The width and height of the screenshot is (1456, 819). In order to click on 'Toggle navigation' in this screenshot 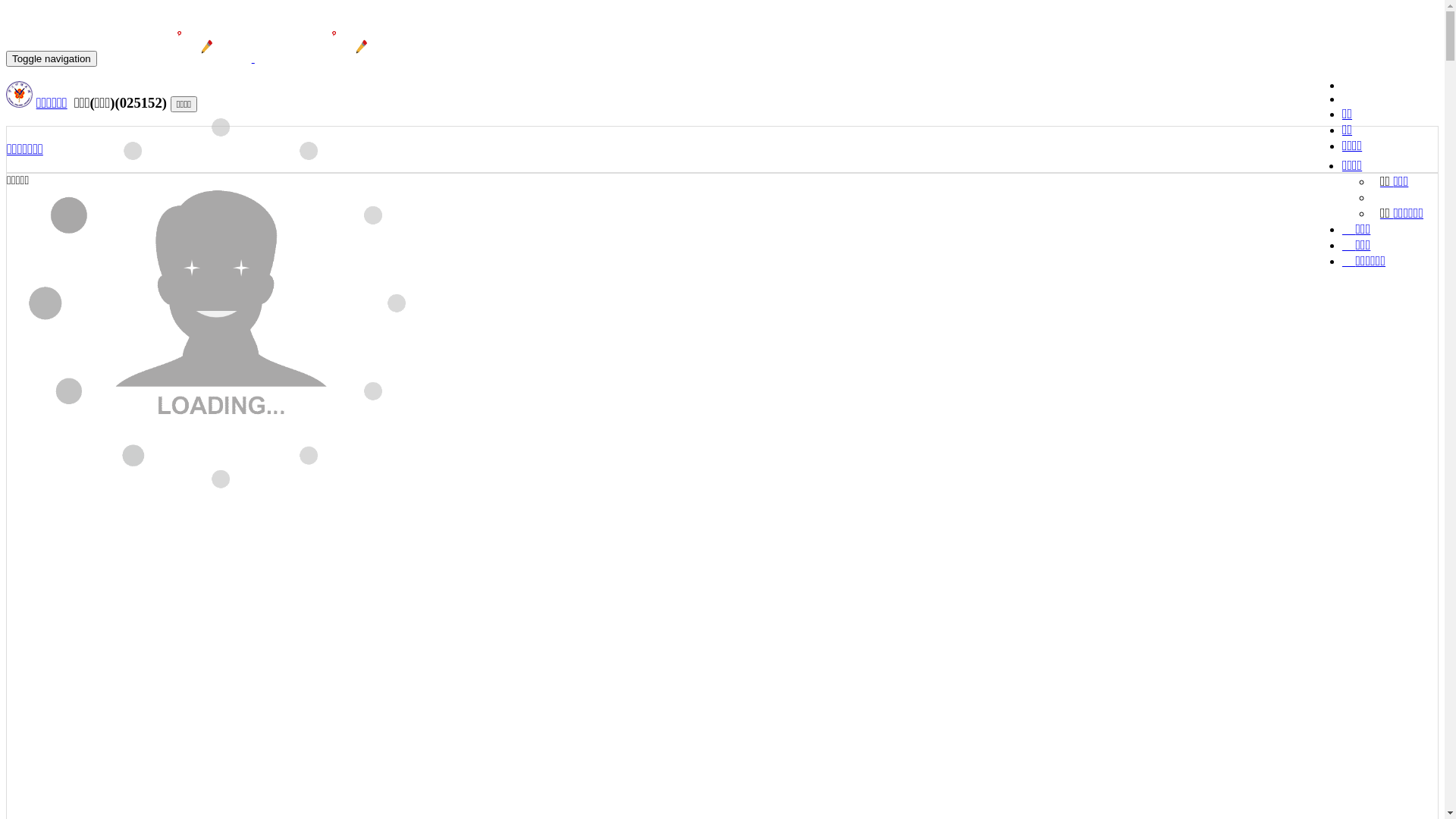, I will do `click(51, 58)`.